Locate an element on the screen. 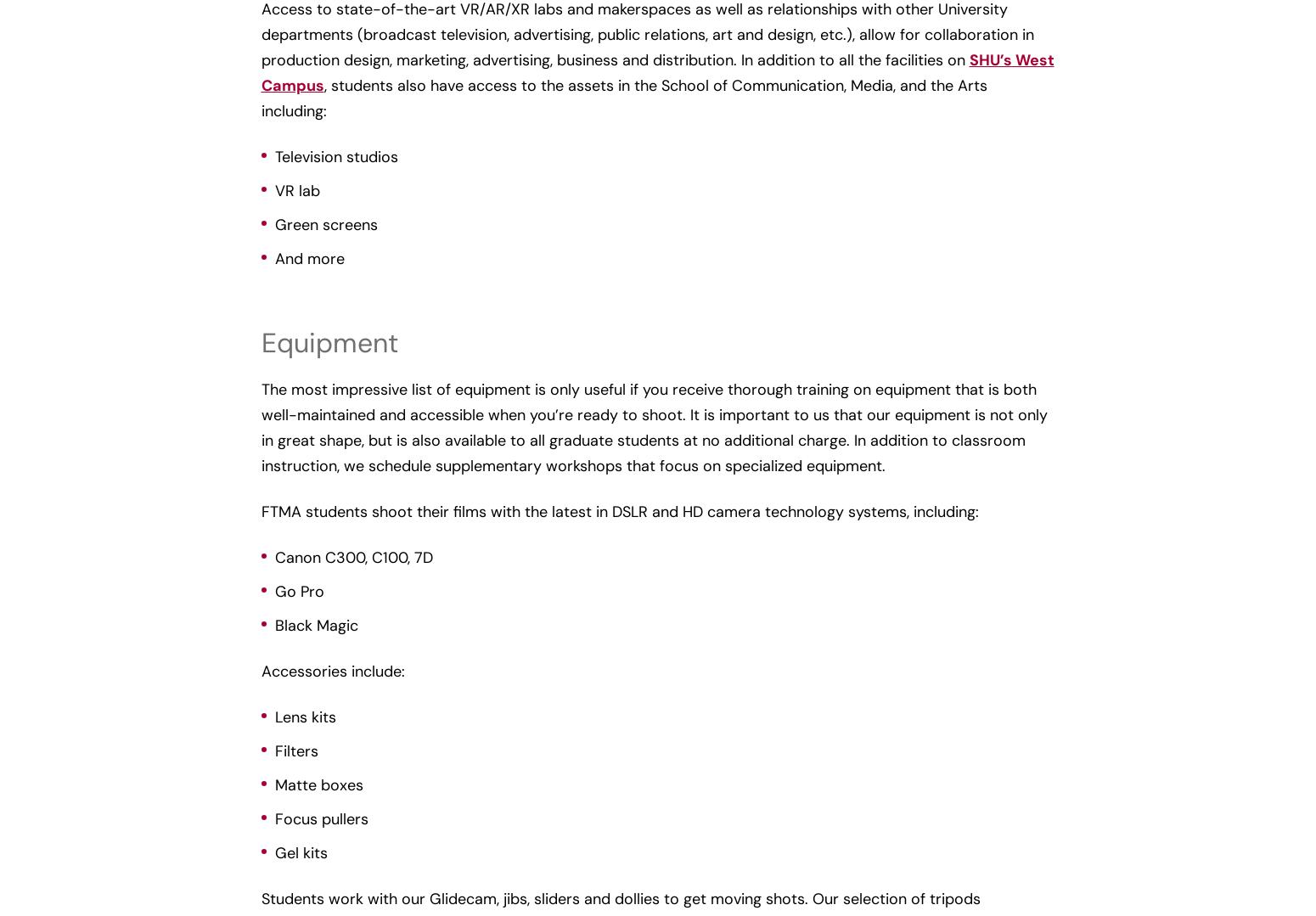 The height and width of the screenshot is (916, 1316). 'SHU’s West Campus' is located at coordinates (657, 72).